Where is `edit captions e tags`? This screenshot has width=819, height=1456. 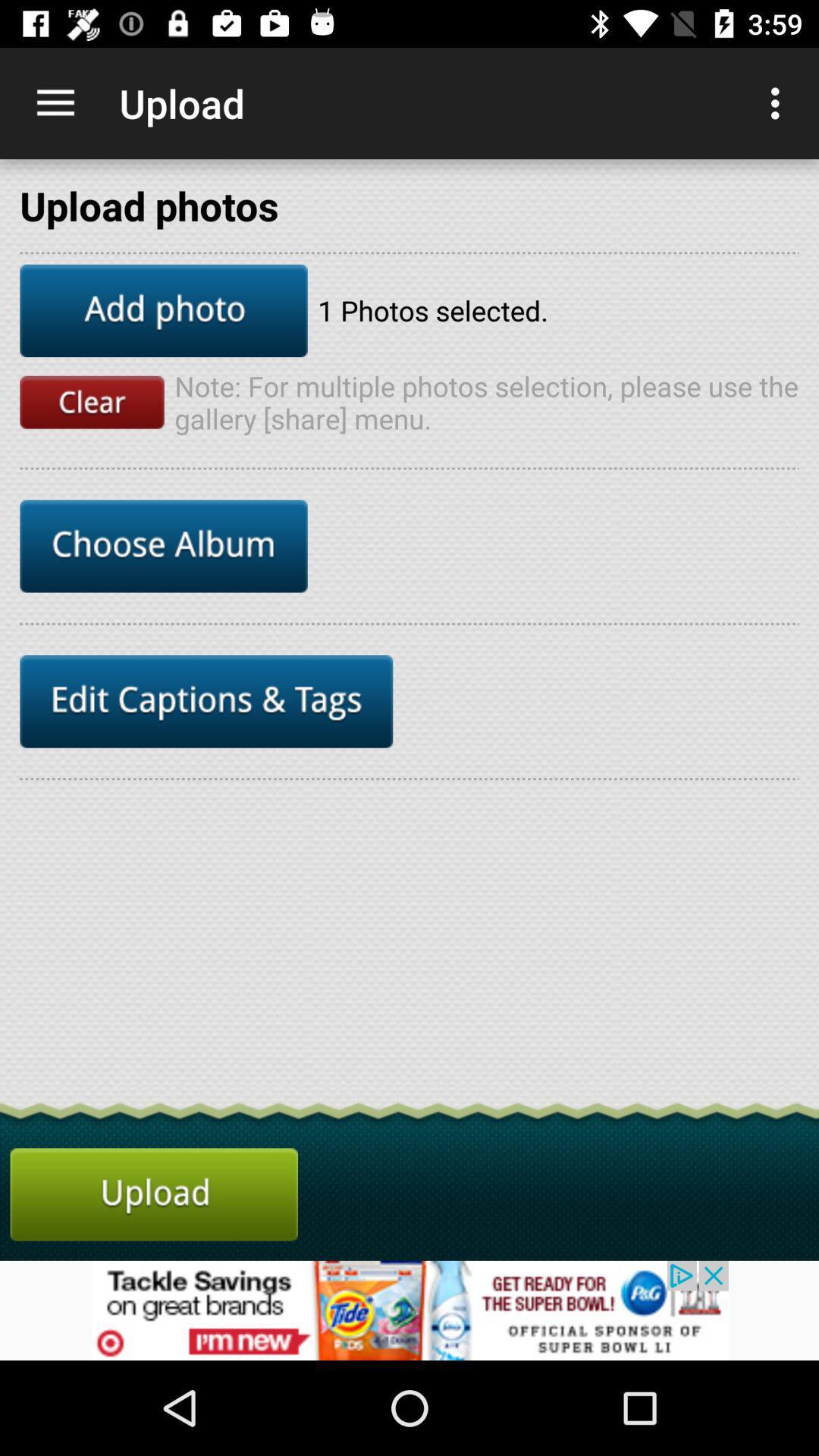 edit captions e tags is located at coordinates (206, 701).